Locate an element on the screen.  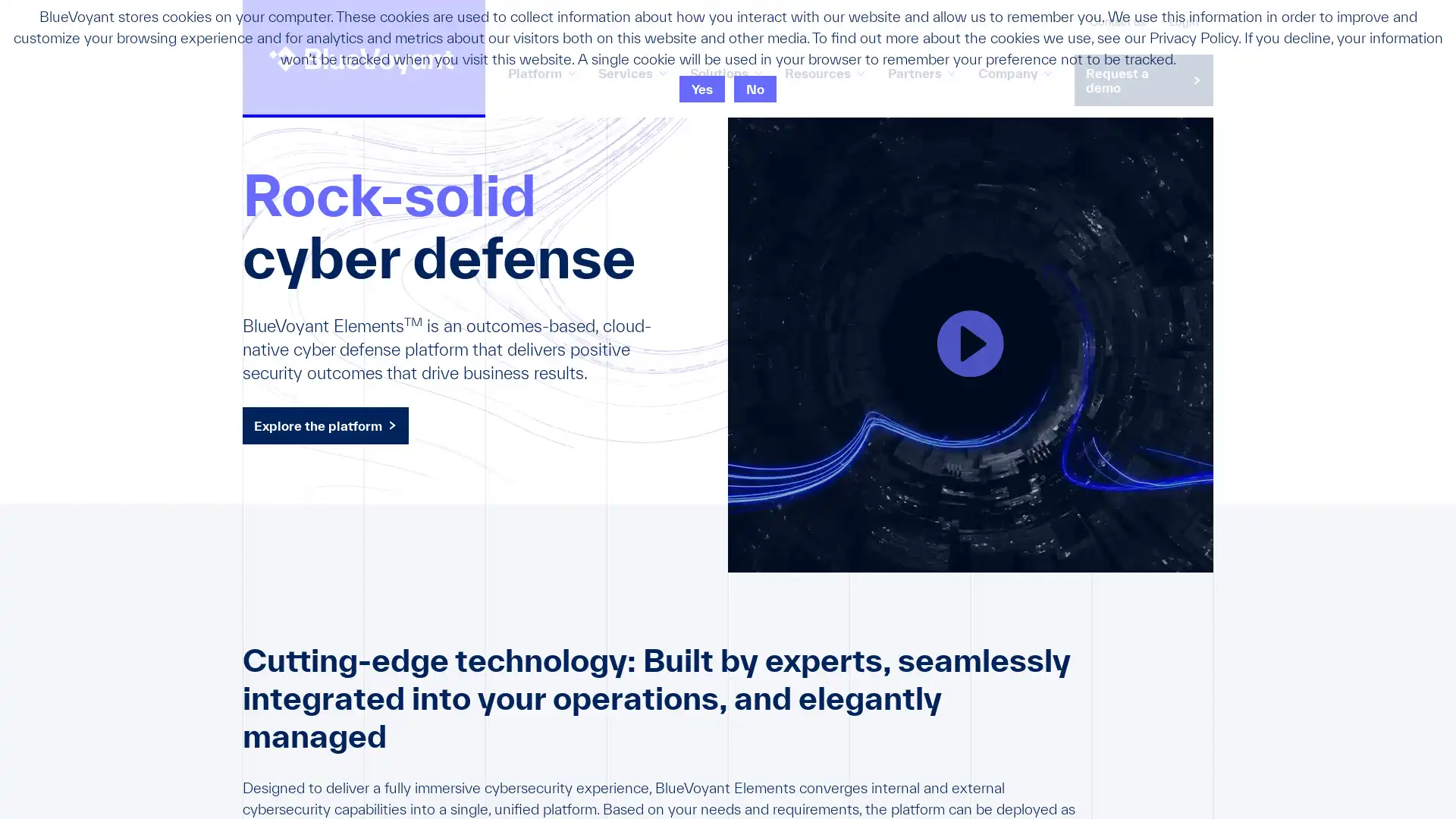
Play is located at coordinates (971, 344).